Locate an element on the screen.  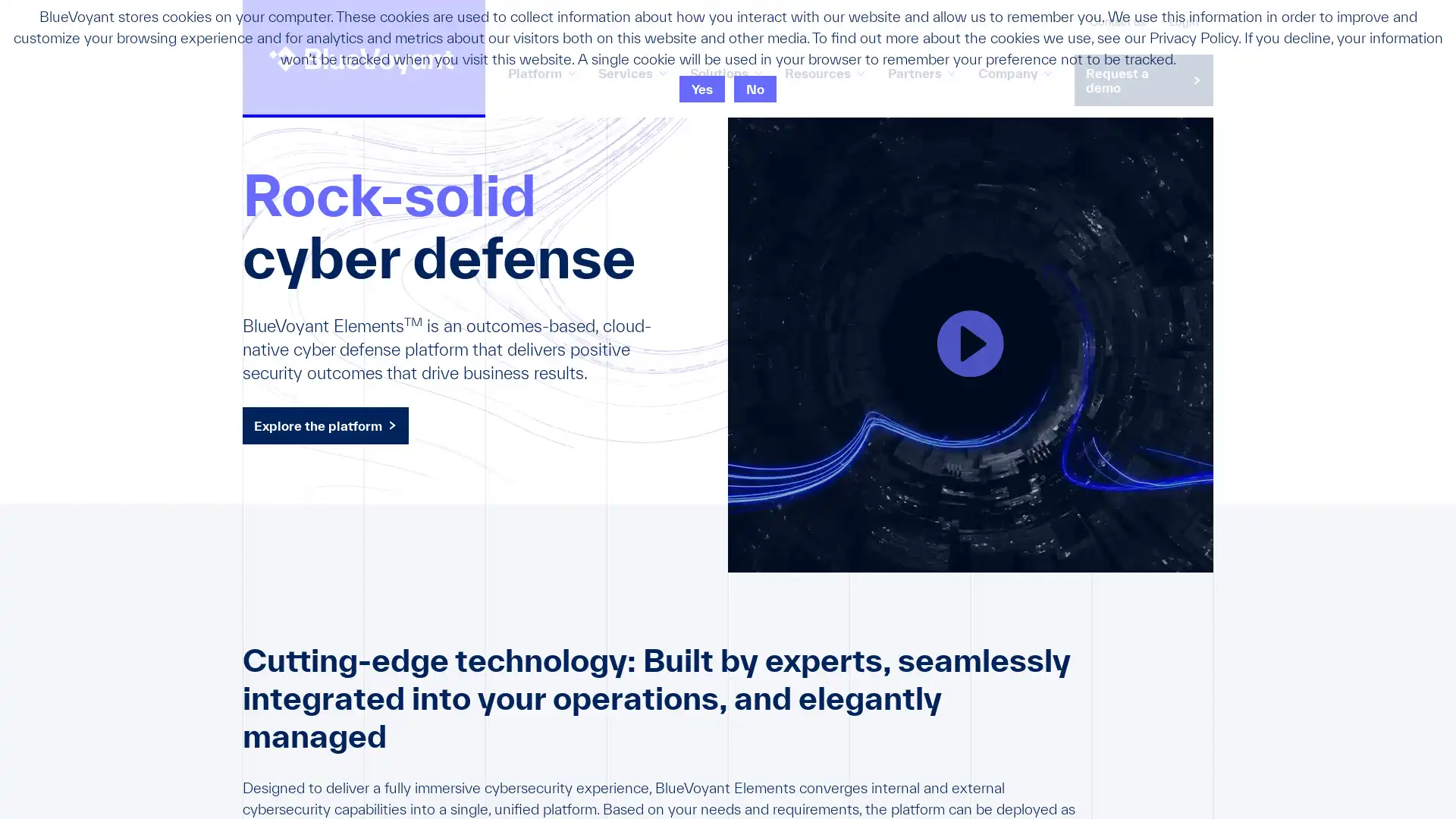
Play is located at coordinates (971, 344).